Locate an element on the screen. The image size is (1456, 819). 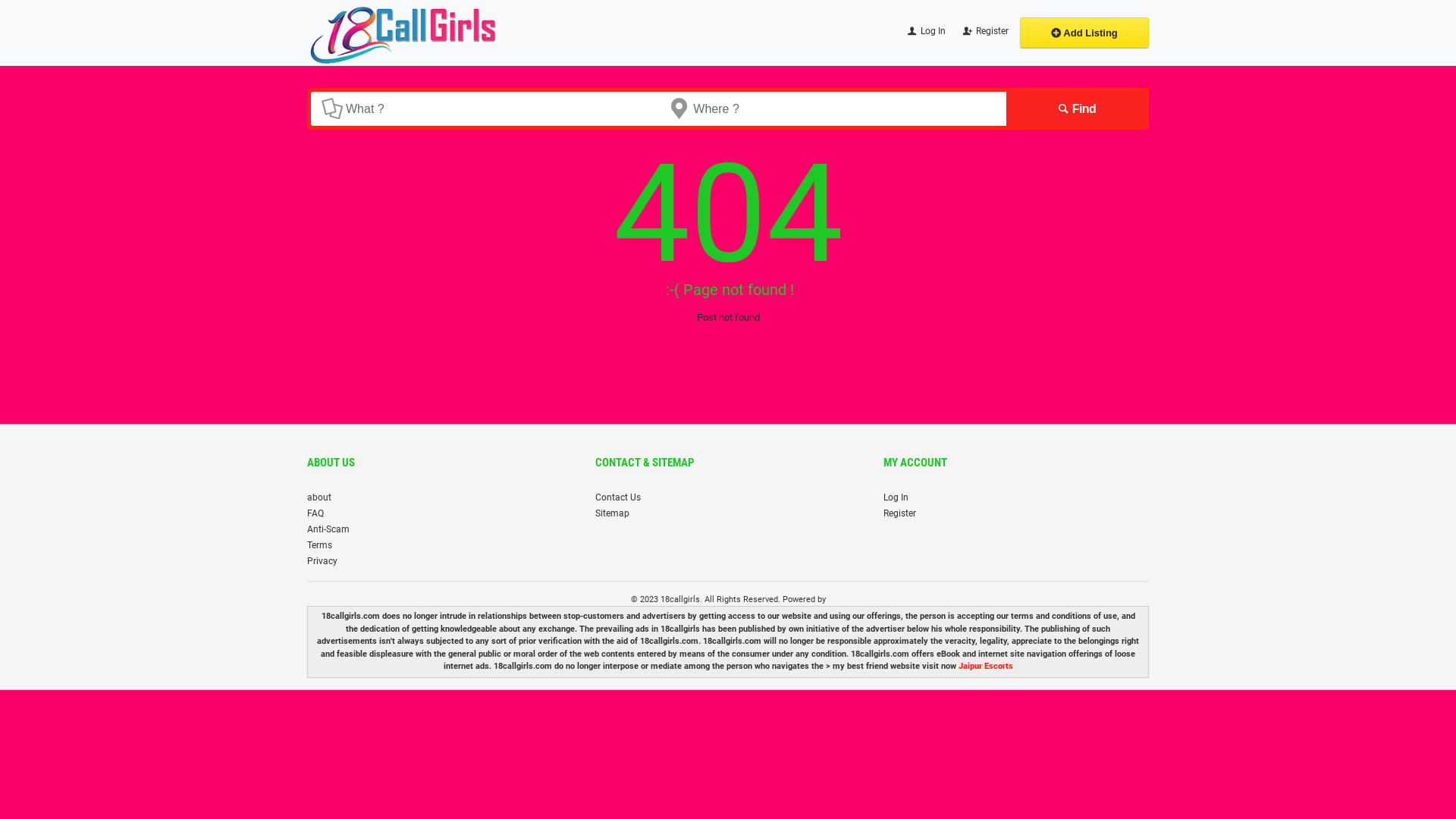
'FAQ' is located at coordinates (315, 513).